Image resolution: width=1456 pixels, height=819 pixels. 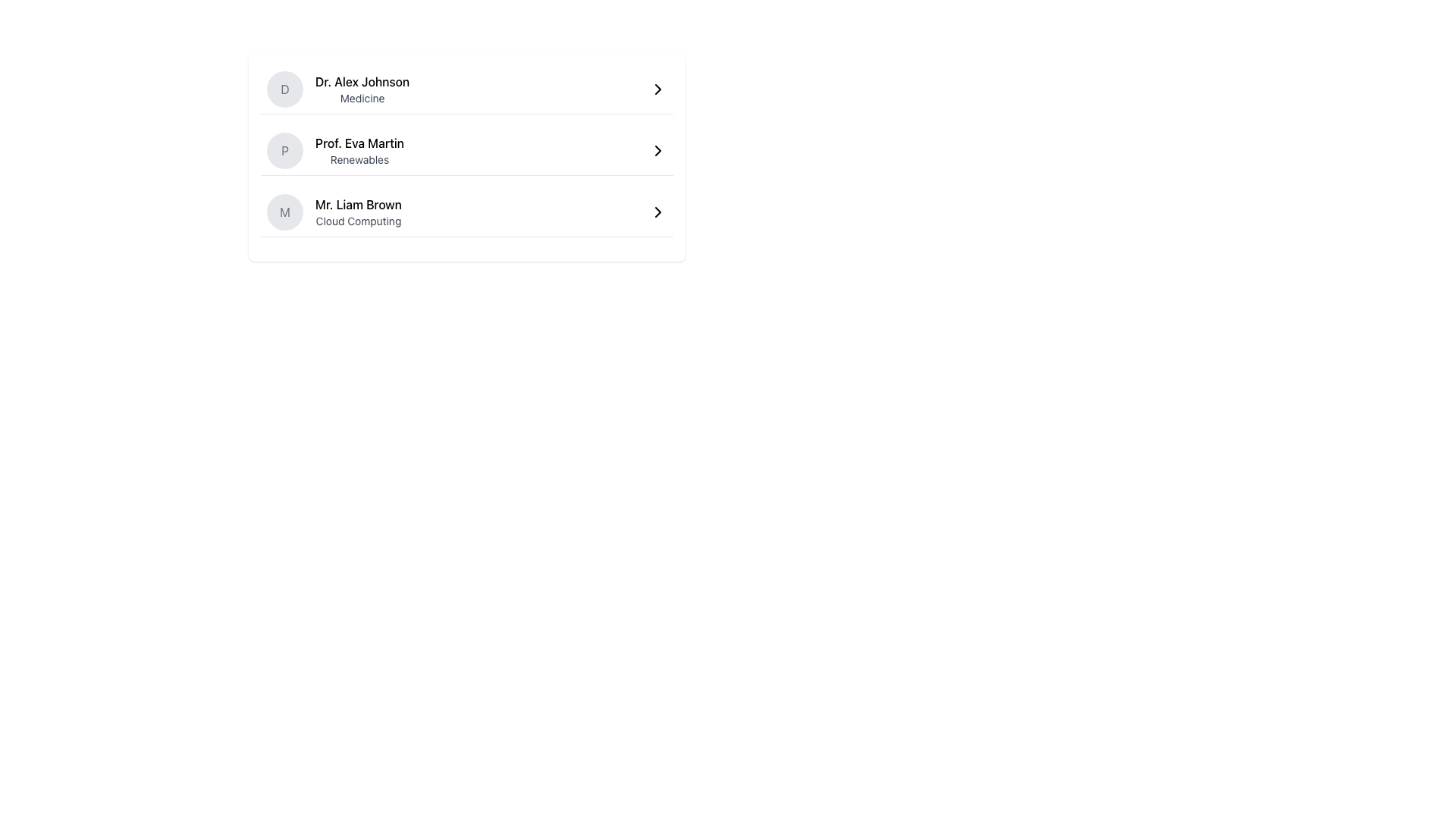 What do you see at coordinates (359, 160) in the screenshot?
I see `the text label displaying 'Renewables' located below 'Prof. Eva Martin' in the profile section of the UI` at bounding box center [359, 160].